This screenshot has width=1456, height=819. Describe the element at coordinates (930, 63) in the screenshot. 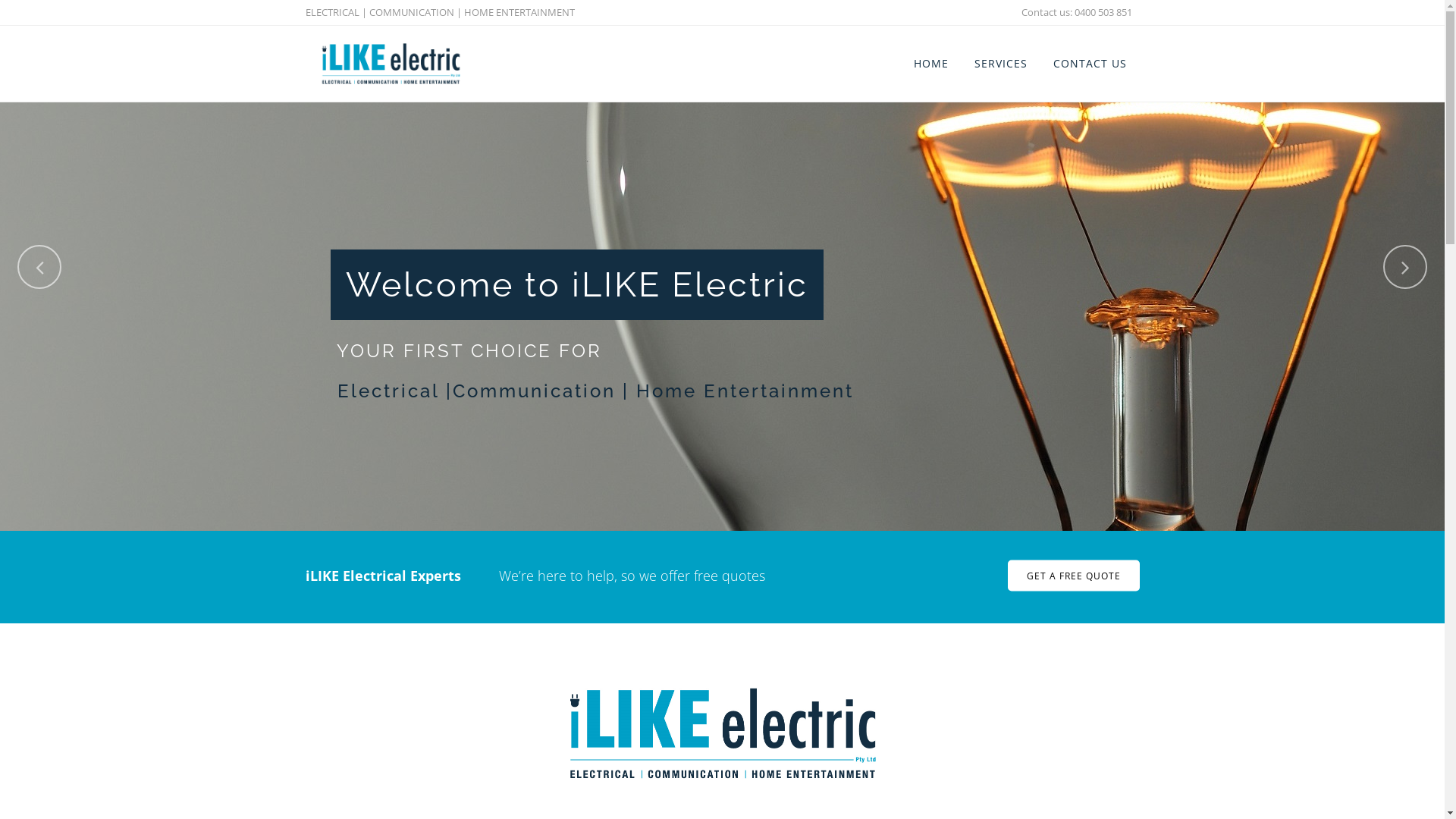

I see `'HOME'` at that location.